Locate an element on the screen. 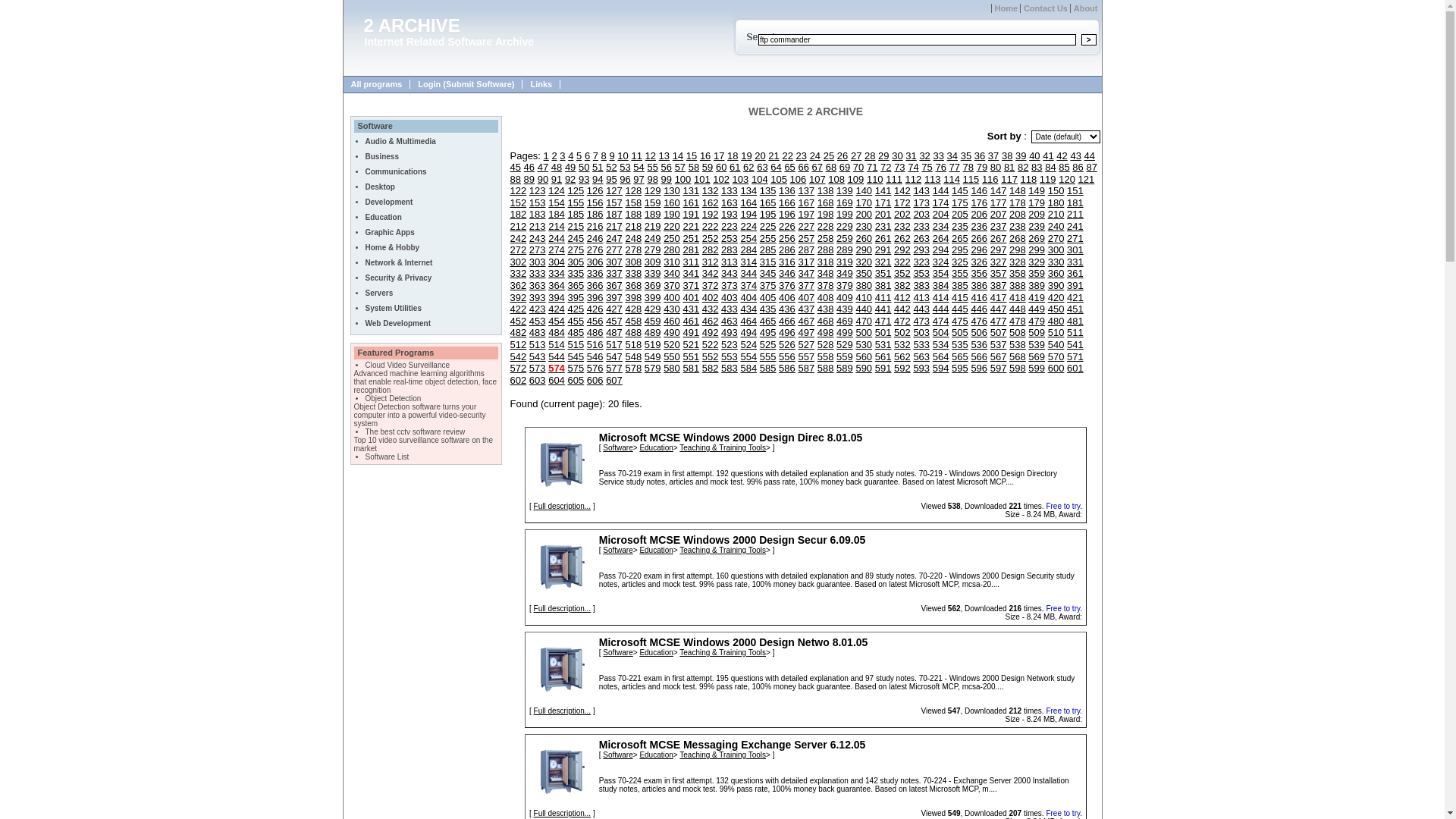 The image size is (1456, 819). '215' is located at coordinates (574, 226).